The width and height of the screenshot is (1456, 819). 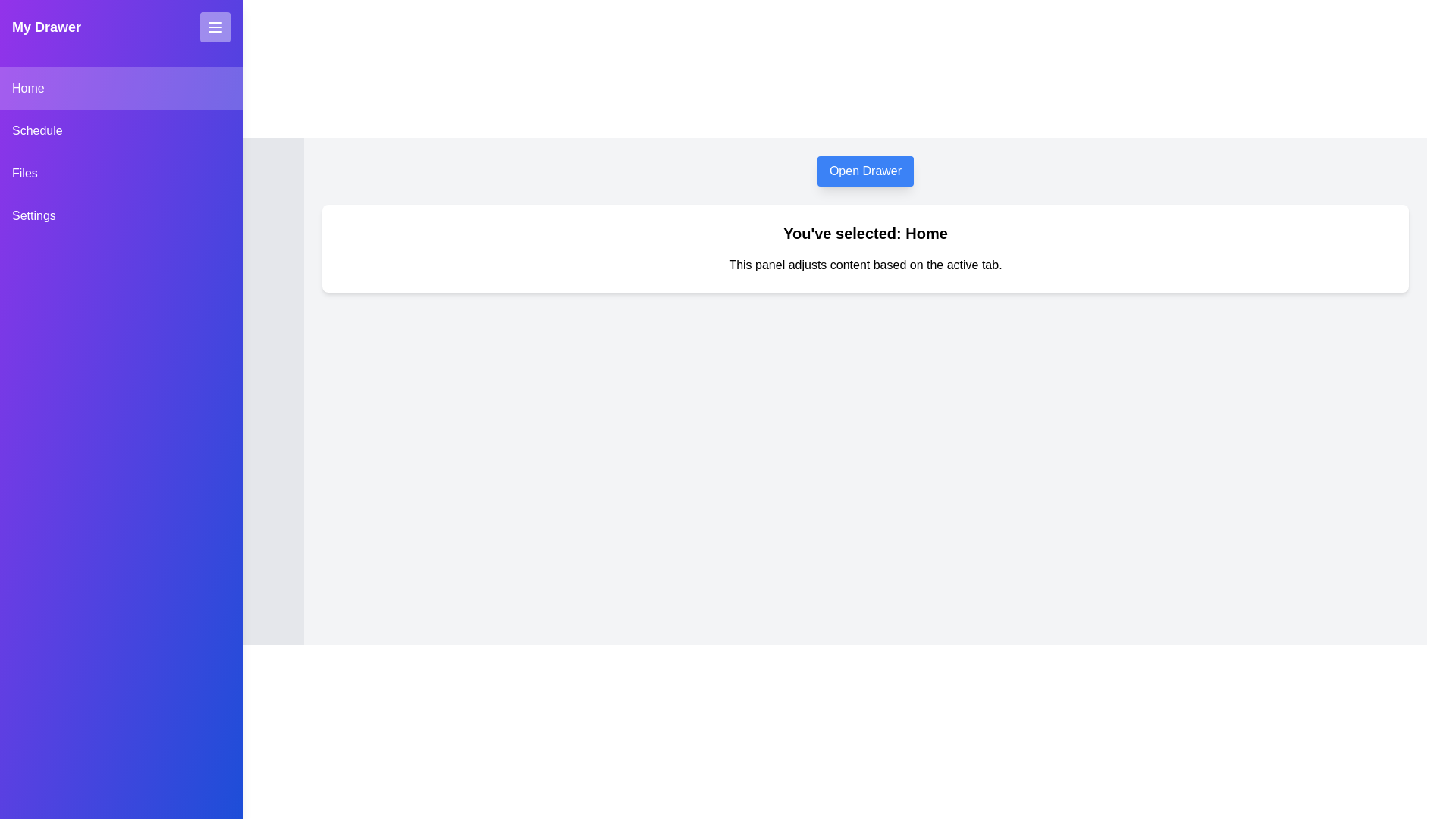 What do you see at coordinates (214, 27) in the screenshot?
I see `close button in the drawer header to close the drawer` at bounding box center [214, 27].